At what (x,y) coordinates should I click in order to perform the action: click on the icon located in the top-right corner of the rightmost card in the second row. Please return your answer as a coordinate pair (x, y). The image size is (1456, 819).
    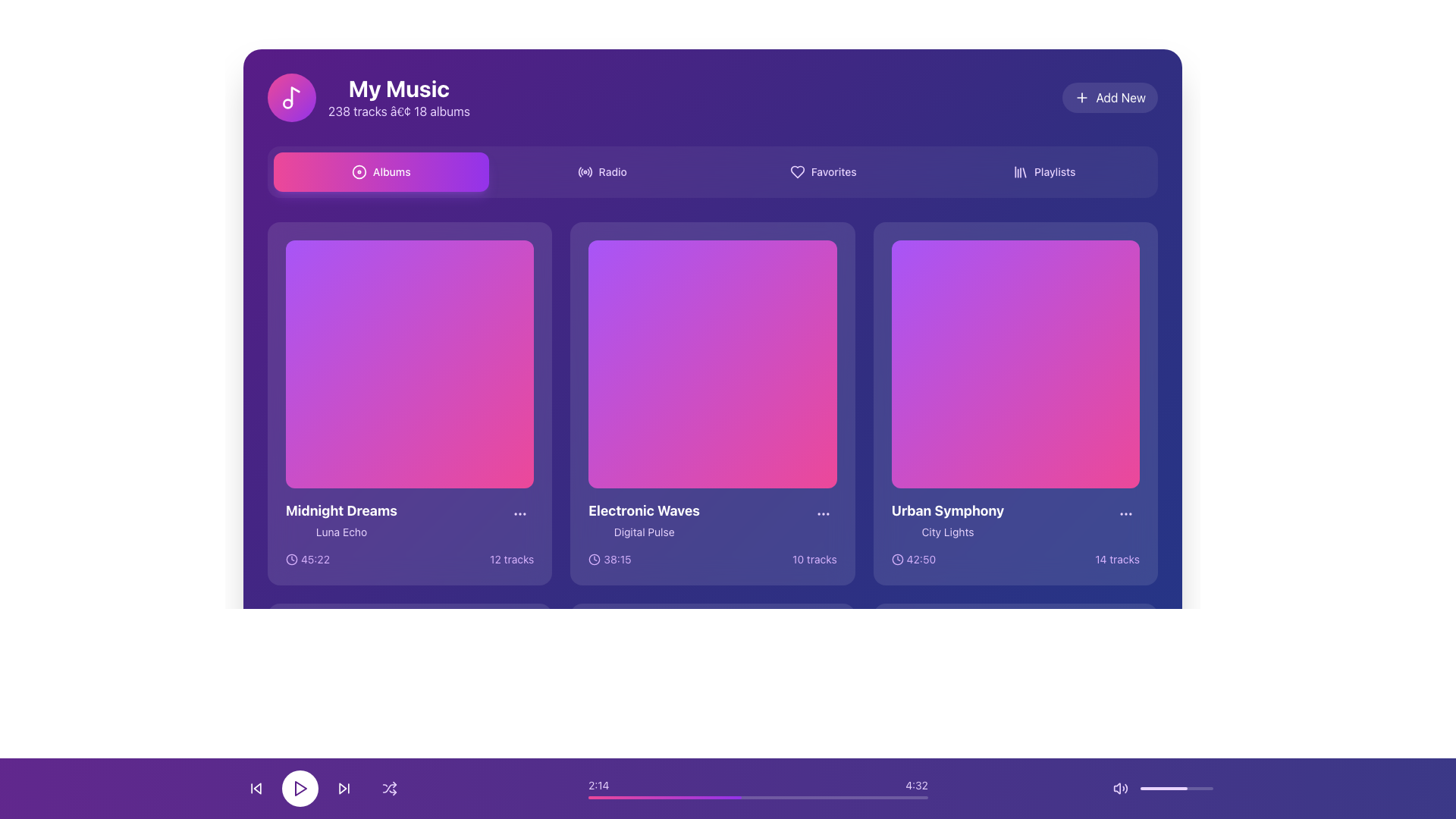
    Looking at the image, I should click on (1125, 513).